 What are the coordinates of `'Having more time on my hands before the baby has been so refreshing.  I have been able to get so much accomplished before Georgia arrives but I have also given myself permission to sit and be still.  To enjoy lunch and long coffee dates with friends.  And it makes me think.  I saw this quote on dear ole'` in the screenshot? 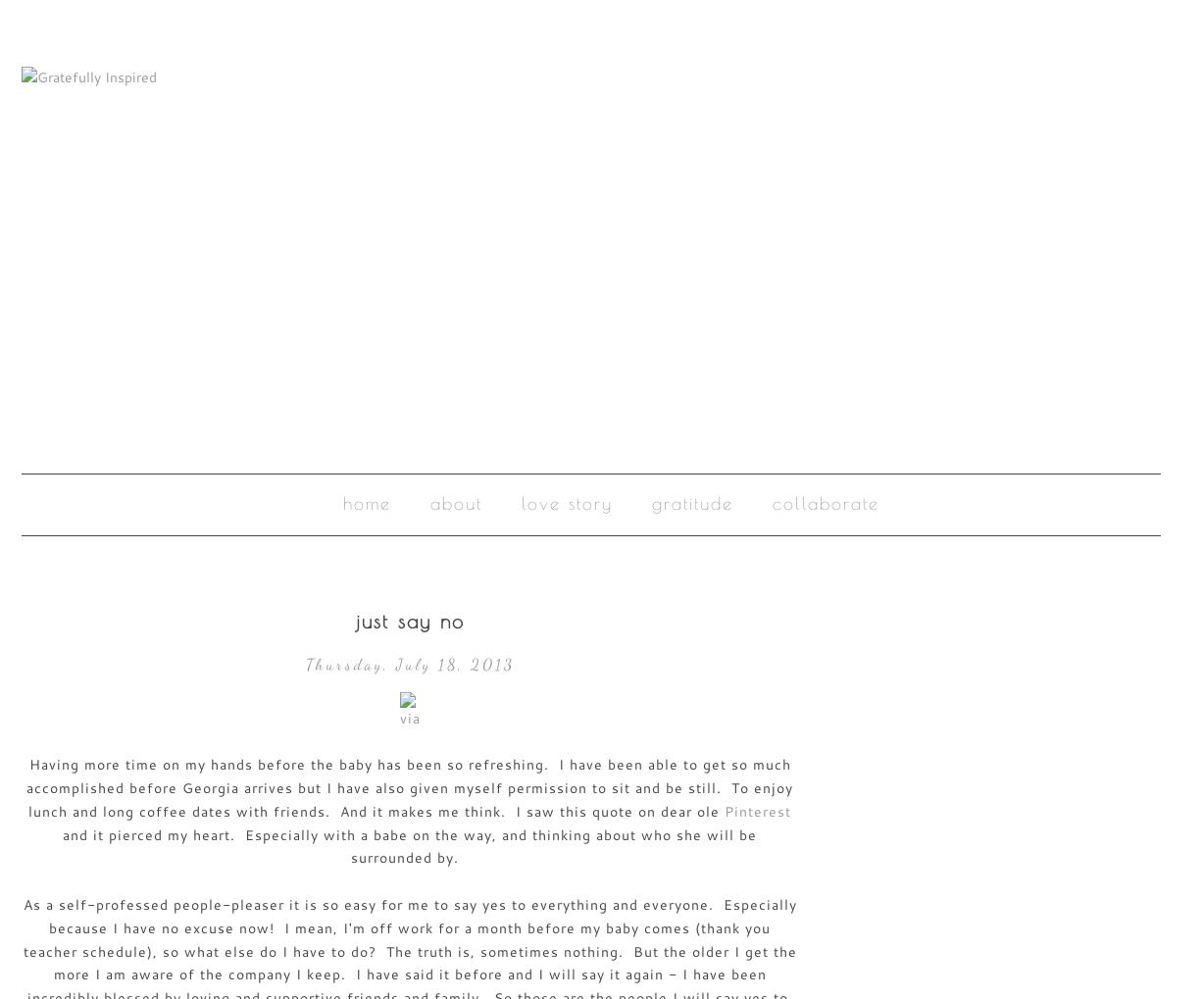 It's located at (410, 787).